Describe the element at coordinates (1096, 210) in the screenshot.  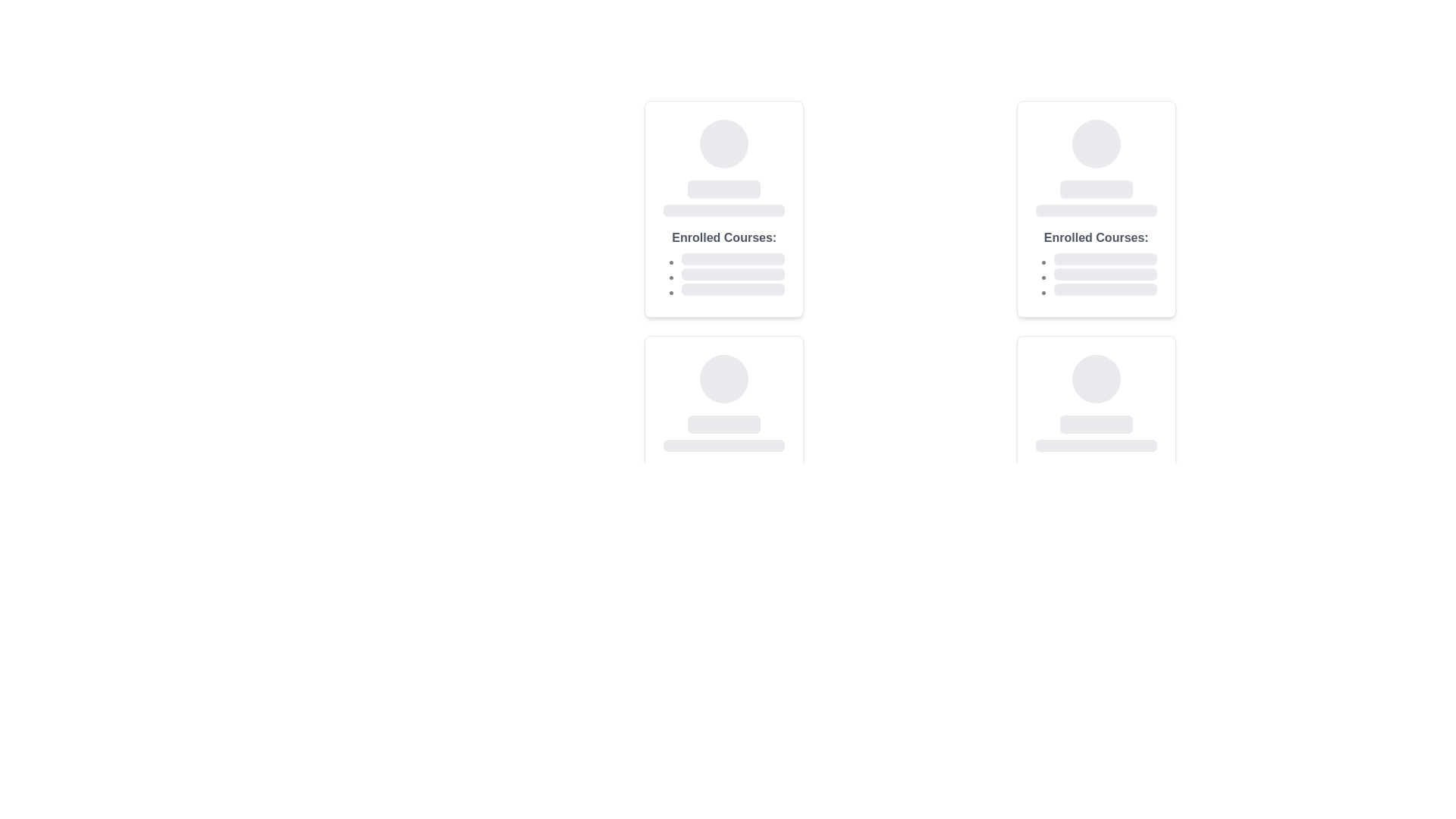
I see `the second placeholder bar element, which serves as a visual indicator for content that is not currently loaded, positioned below another narrower rectangle` at that location.